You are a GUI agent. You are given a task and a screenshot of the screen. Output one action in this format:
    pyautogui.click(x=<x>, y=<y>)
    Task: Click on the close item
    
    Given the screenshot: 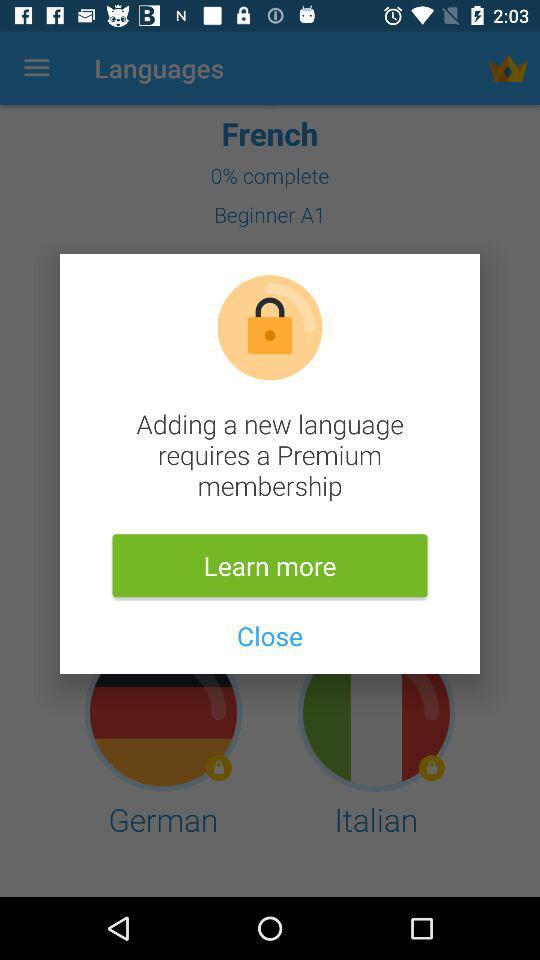 What is the action you would take?
    pyautogui.click(x=270, y=634)
    